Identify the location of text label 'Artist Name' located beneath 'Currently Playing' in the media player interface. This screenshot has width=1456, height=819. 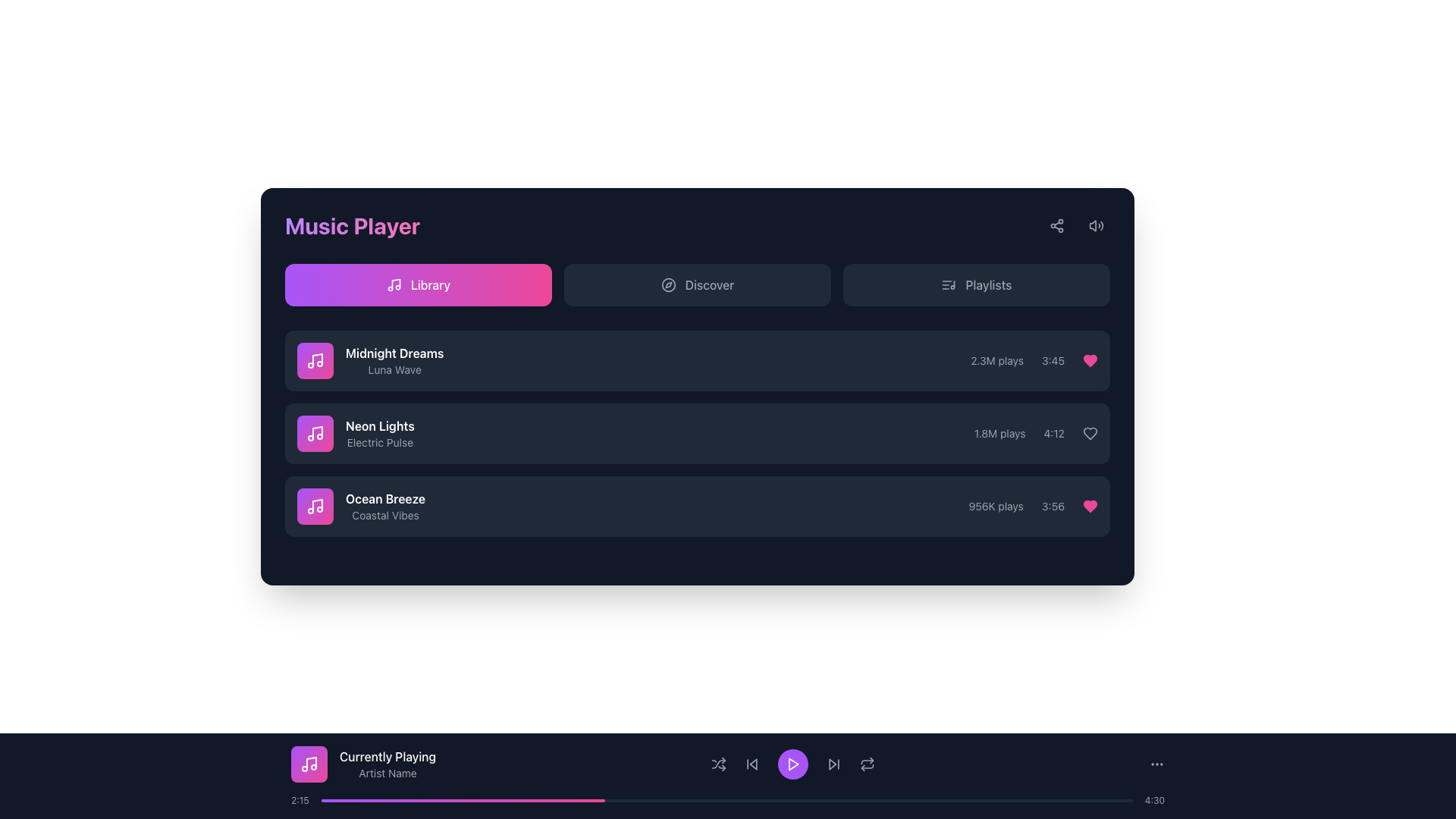
(388, 773).